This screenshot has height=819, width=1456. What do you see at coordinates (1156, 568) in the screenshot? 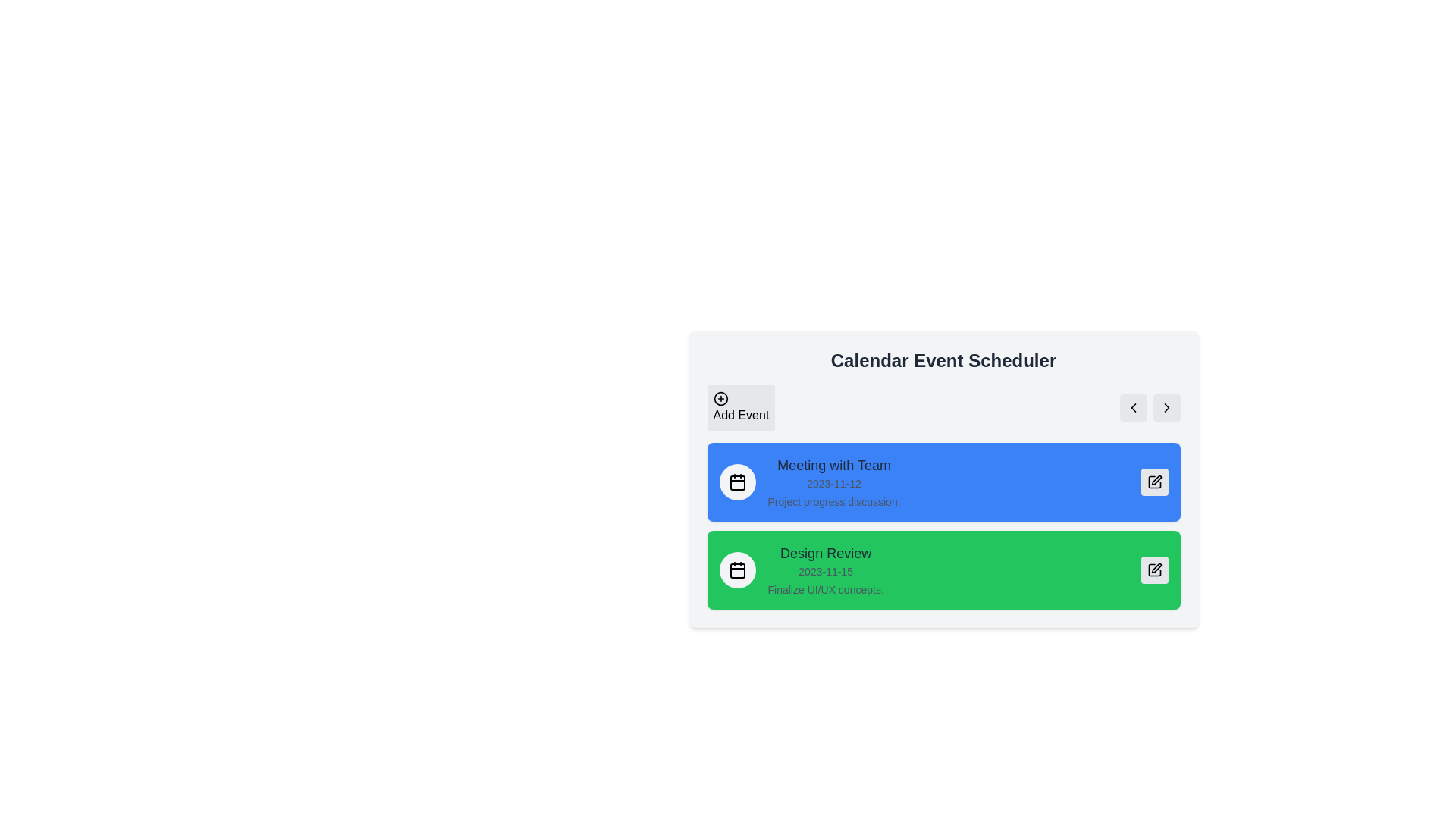
I see `the pen icon representing the edit button for the 'Design Review' event entry` at bounding box center [1156, 568].